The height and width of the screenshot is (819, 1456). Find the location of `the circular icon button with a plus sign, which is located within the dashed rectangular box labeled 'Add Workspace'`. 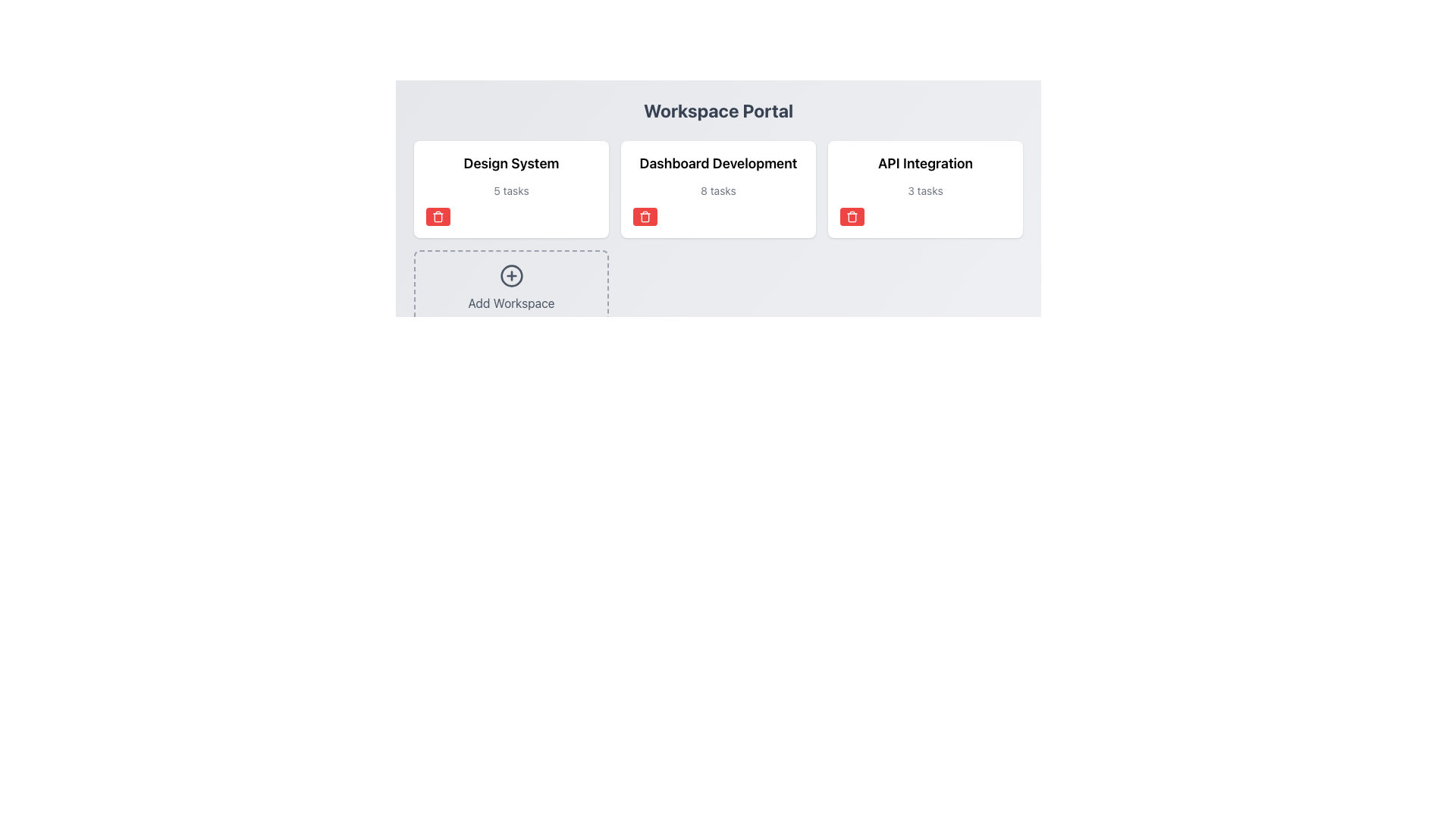

the circular icon button with a plus sign, which is located within the dashed rectangular box labeled 'Add Workspace' is located at coordinates (511, 275).